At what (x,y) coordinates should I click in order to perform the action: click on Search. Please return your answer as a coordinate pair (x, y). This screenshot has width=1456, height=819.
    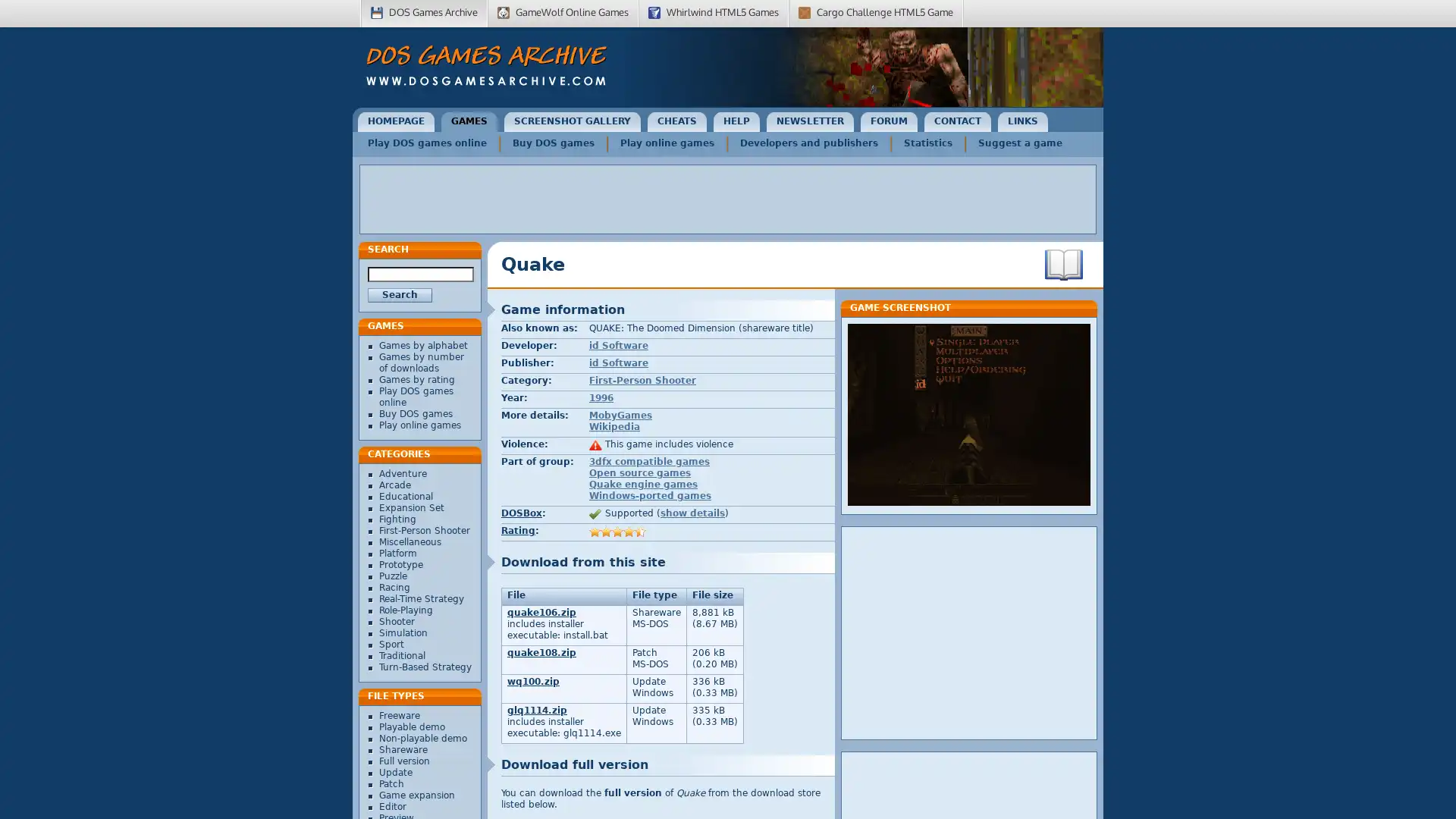
    Looking at the image, I should click on (400, 295).